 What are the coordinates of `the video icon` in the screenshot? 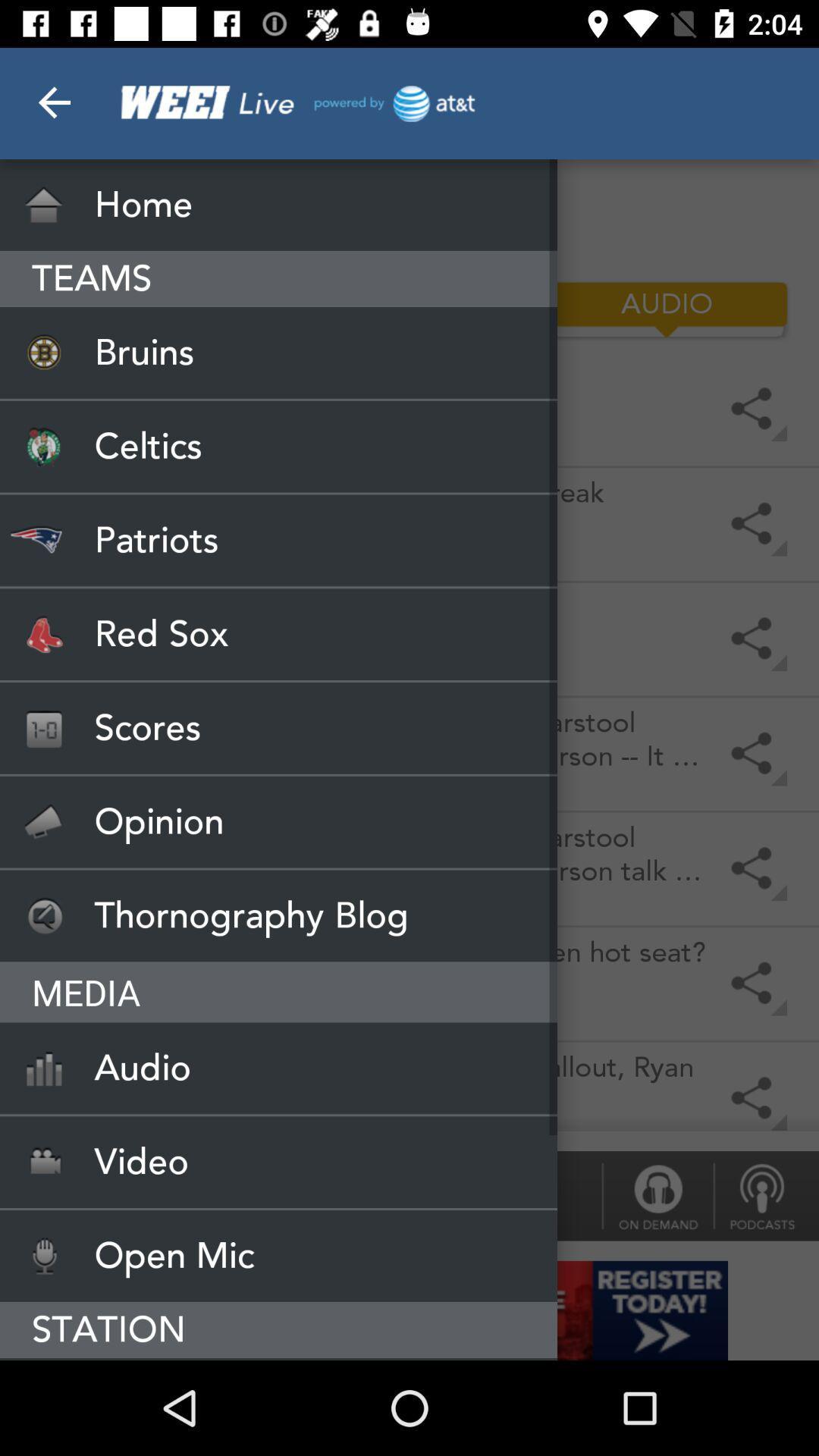 It's located at (278, 1161).